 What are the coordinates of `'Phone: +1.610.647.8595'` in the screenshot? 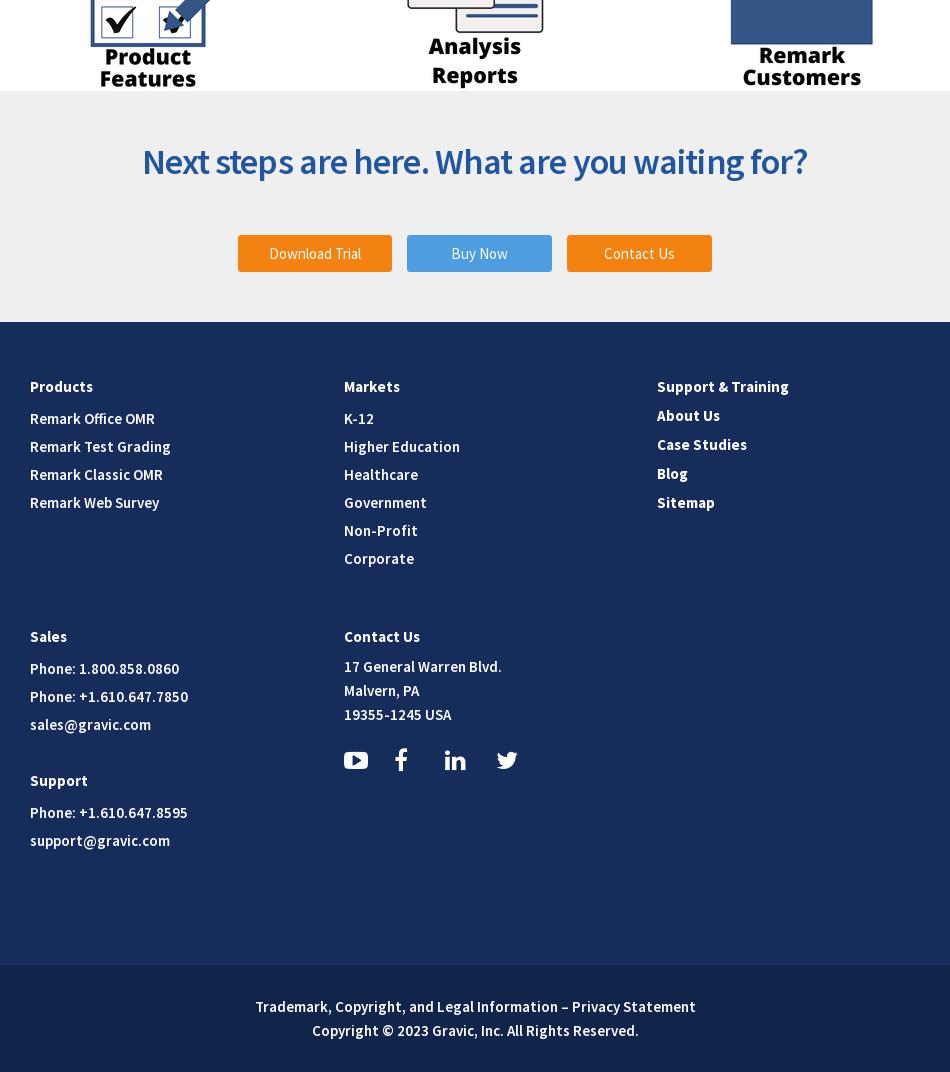 It's located at (108, 810).